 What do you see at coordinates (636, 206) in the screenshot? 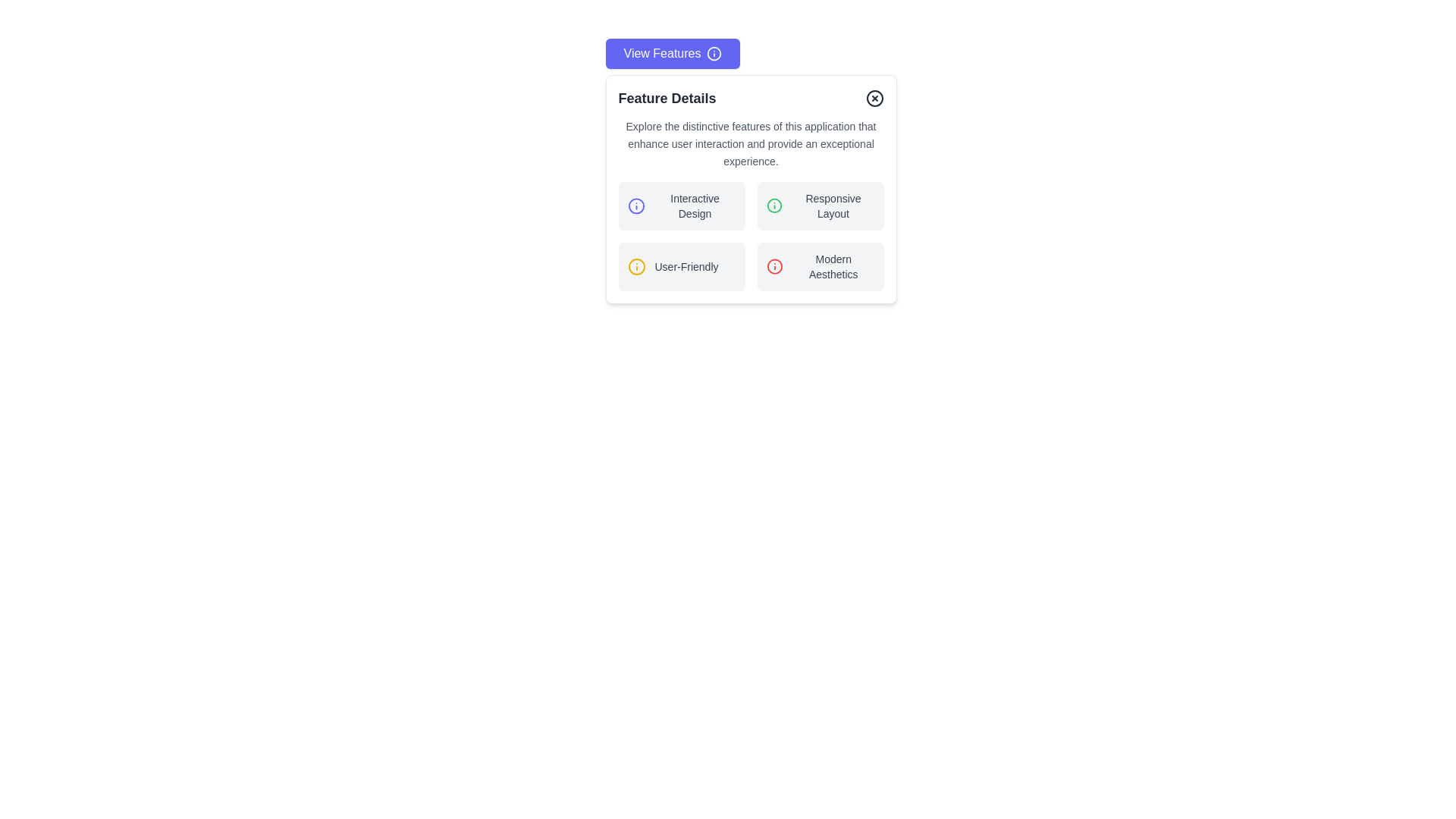
I see `the icon associated with the 'Interactive Design' label, which is the leftmost component in the 'Feature Details' section` at bounding box center [636, 206].